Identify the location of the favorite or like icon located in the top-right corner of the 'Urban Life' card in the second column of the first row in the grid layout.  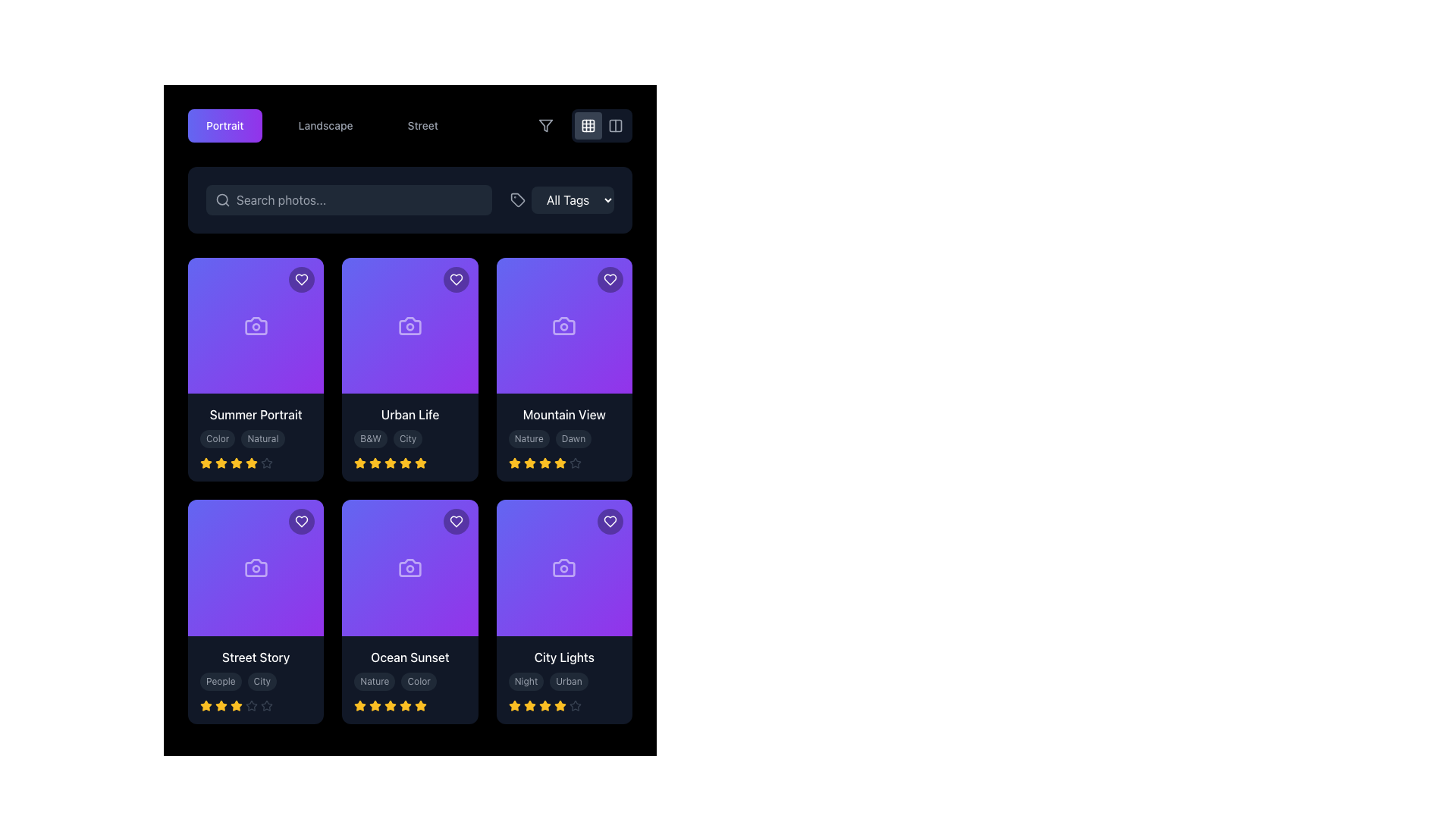
(455, 280).